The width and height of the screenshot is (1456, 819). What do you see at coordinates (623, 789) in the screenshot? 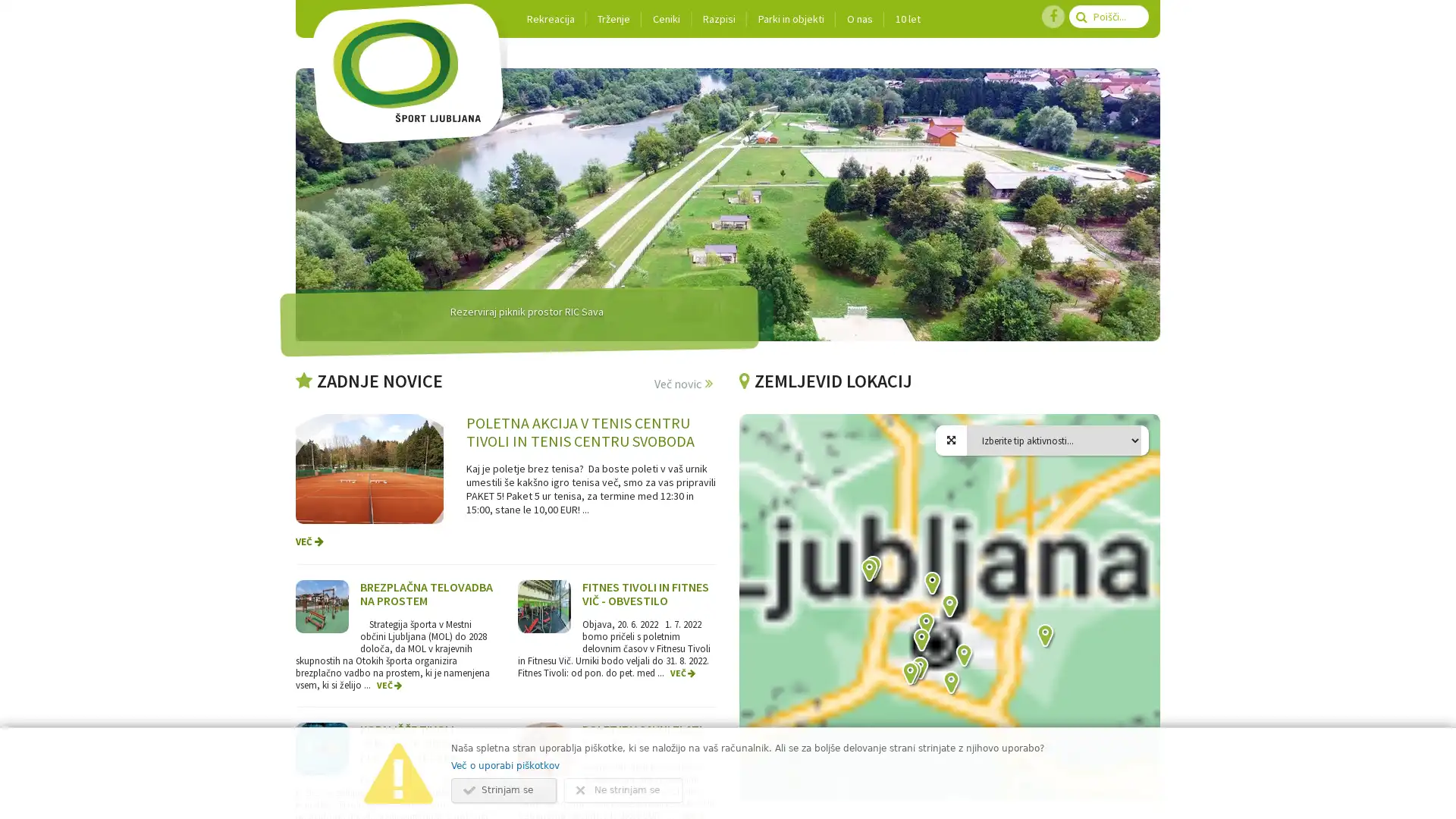
I see `Ne strinjam se` at bounding box center [623, 789].